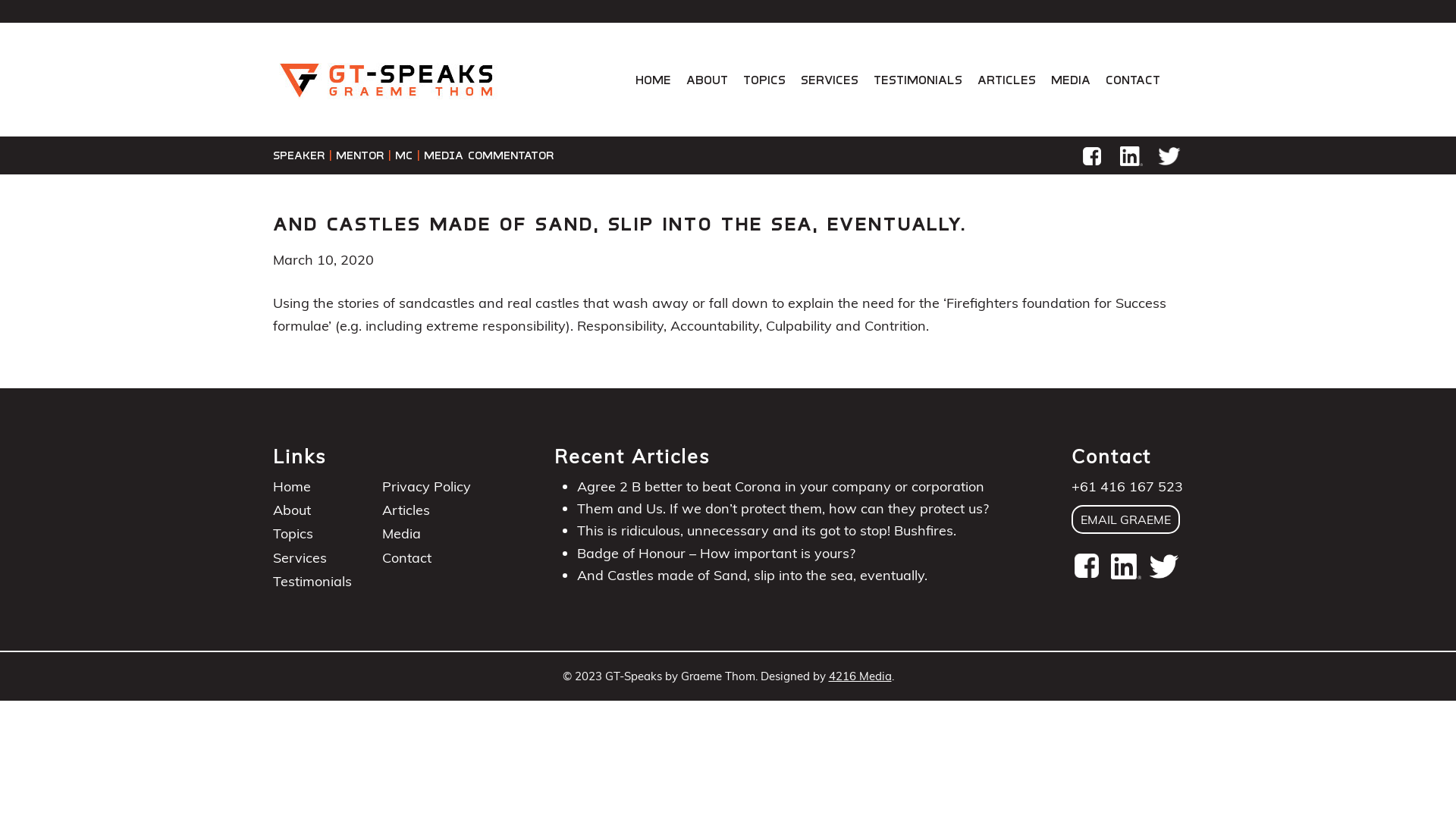 Image resolution: width=1456 pixels, height=819 pixels. I want to click on 'Privacy Policy', so click(425, 486).